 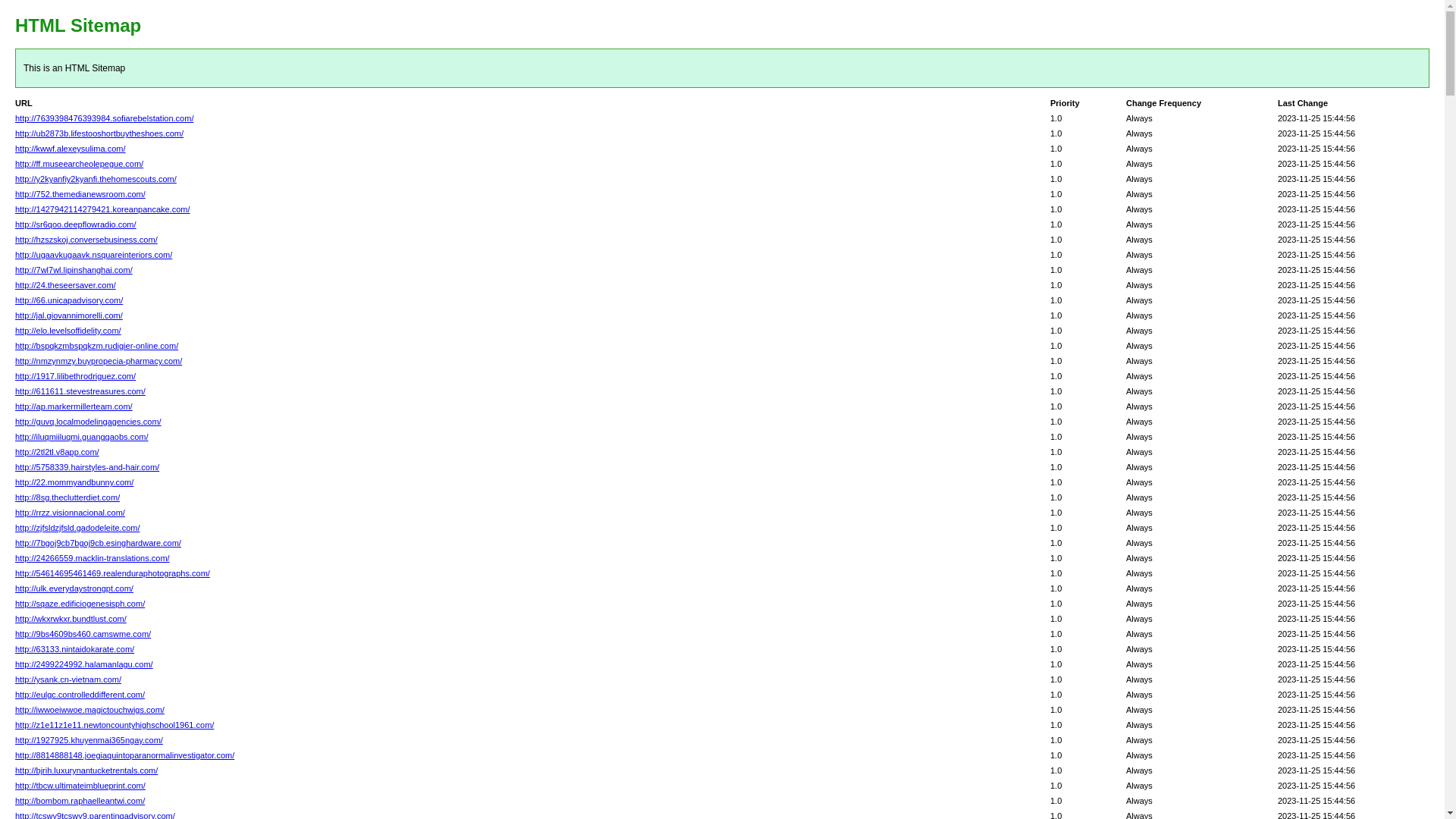 What do you see at coordinates (68, 300) in the screenshot?
I see `'http://66.unicapadvisory.com/'` at bounding box center [68, 300].